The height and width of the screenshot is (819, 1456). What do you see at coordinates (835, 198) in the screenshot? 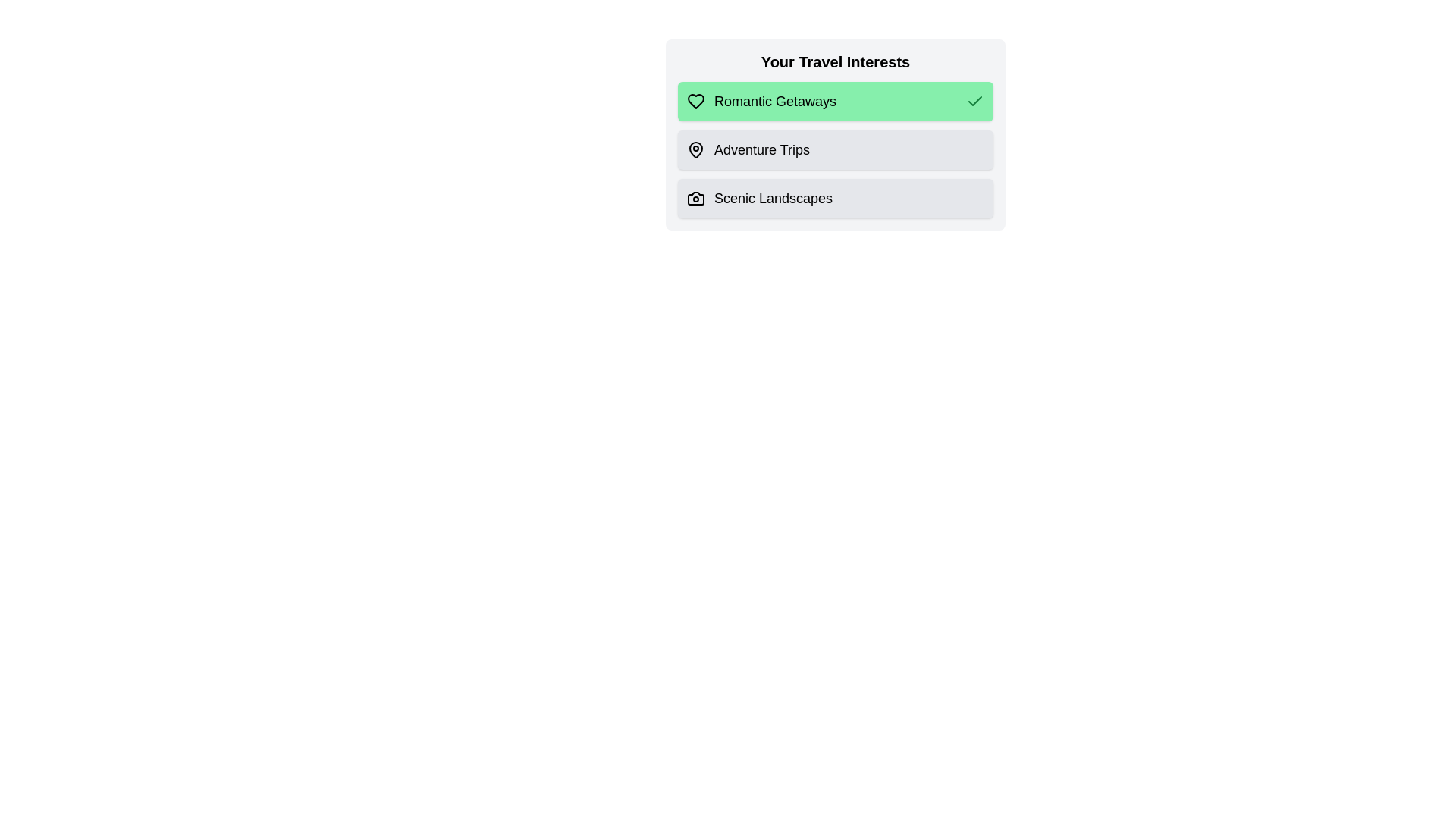
I see `the travel preference Scenic Landscapes by clicking on its corresponding option` at bounding box center [835, 198].